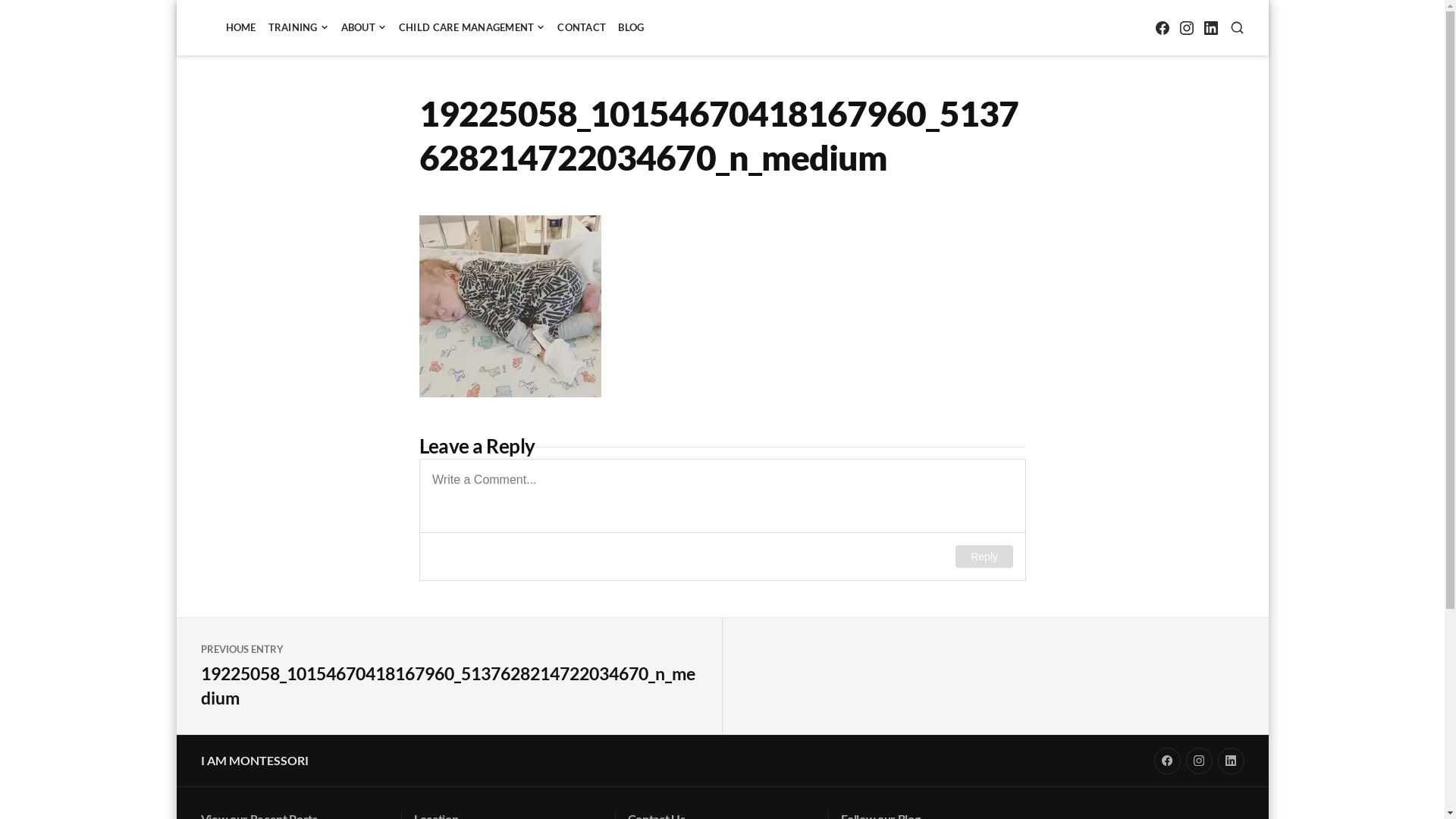 The image size is (1456, 819). Describe the element at coordinates (254, 760) in the screenshot. I see `'I AM MONTESSORI'` at that location.